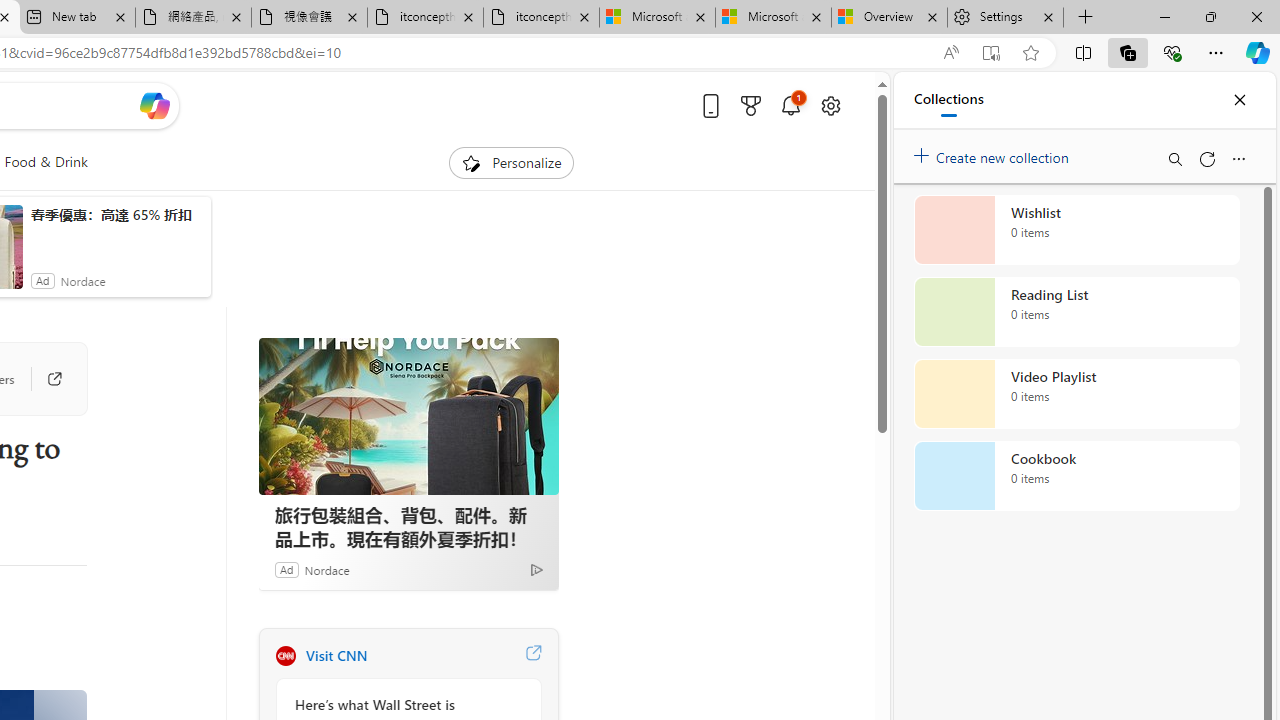 The height and width of the screenshot is (720, 1280). I want to click on 'Cookbook collection, 0 items', so click(1076, 475).